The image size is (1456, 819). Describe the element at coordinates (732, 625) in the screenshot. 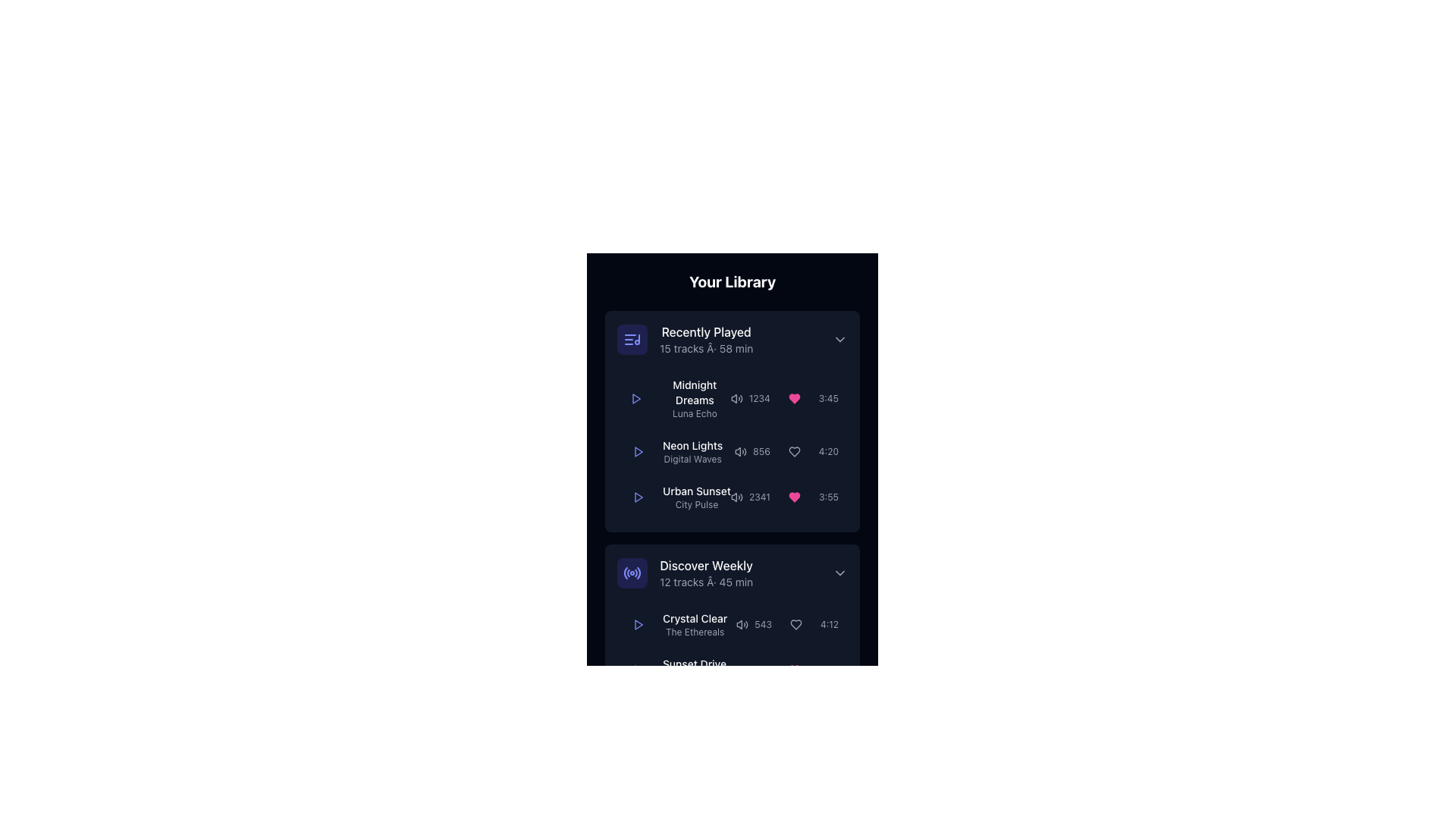

I see `the play button of the music track 'Crystal Clear' in the 'Discover Weekly' playlist` at that location.